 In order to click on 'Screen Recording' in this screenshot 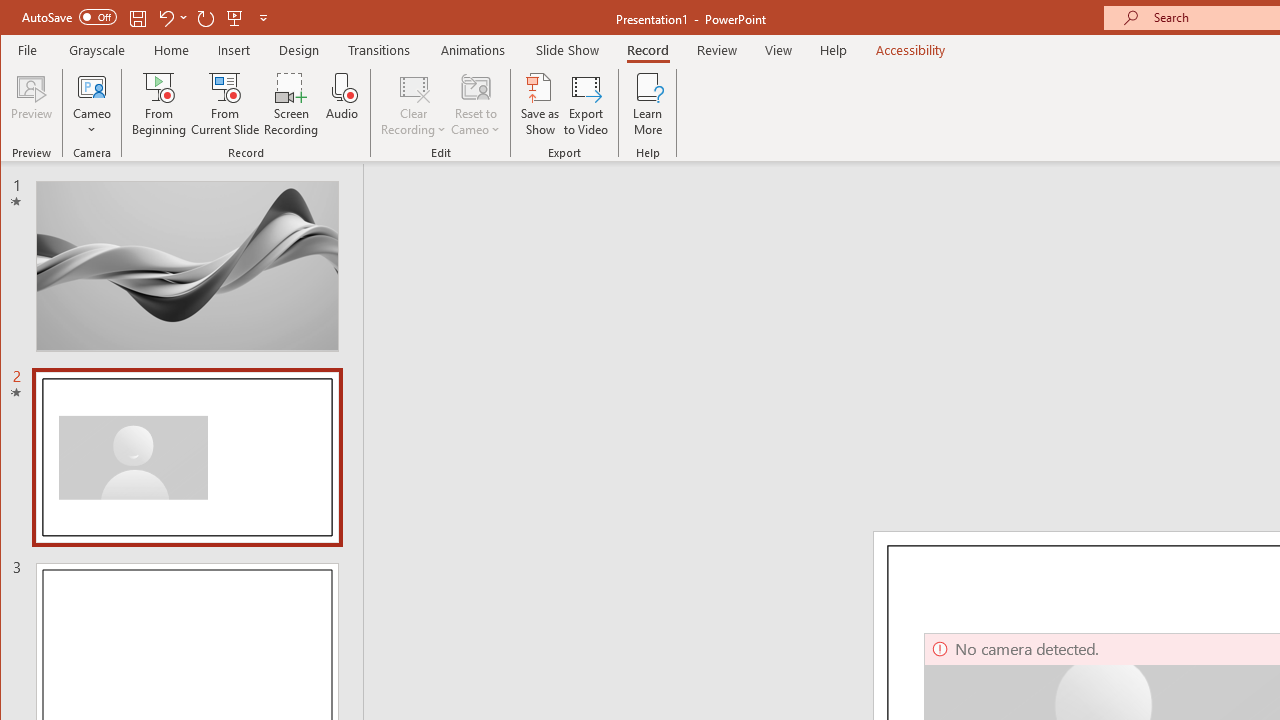, I will do `click(290, 104)`.